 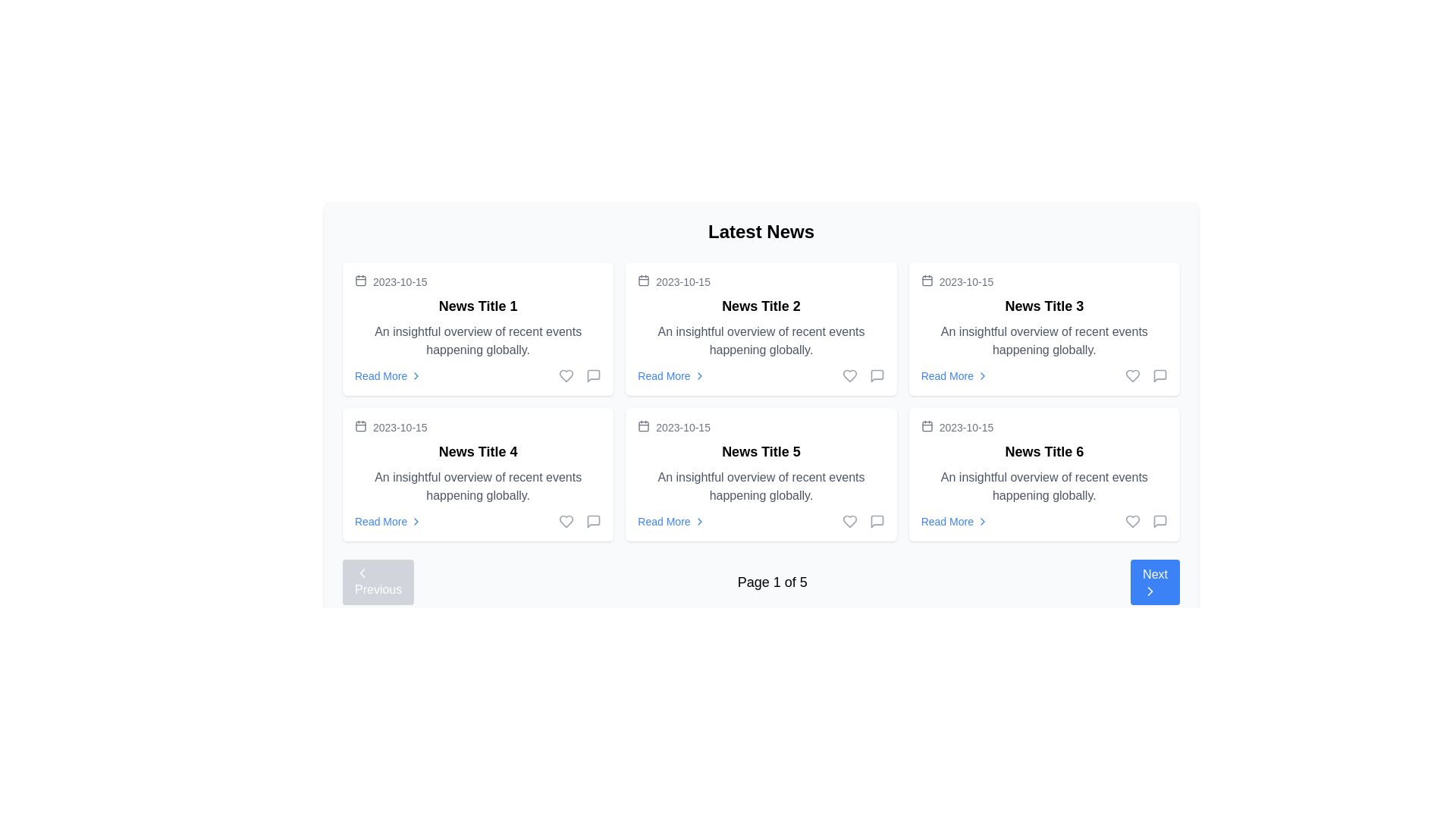 I want to click on the Heading text element in the third-column card under 'Latest News', which serves as the title for a news item, so click(x=1043, y=306).